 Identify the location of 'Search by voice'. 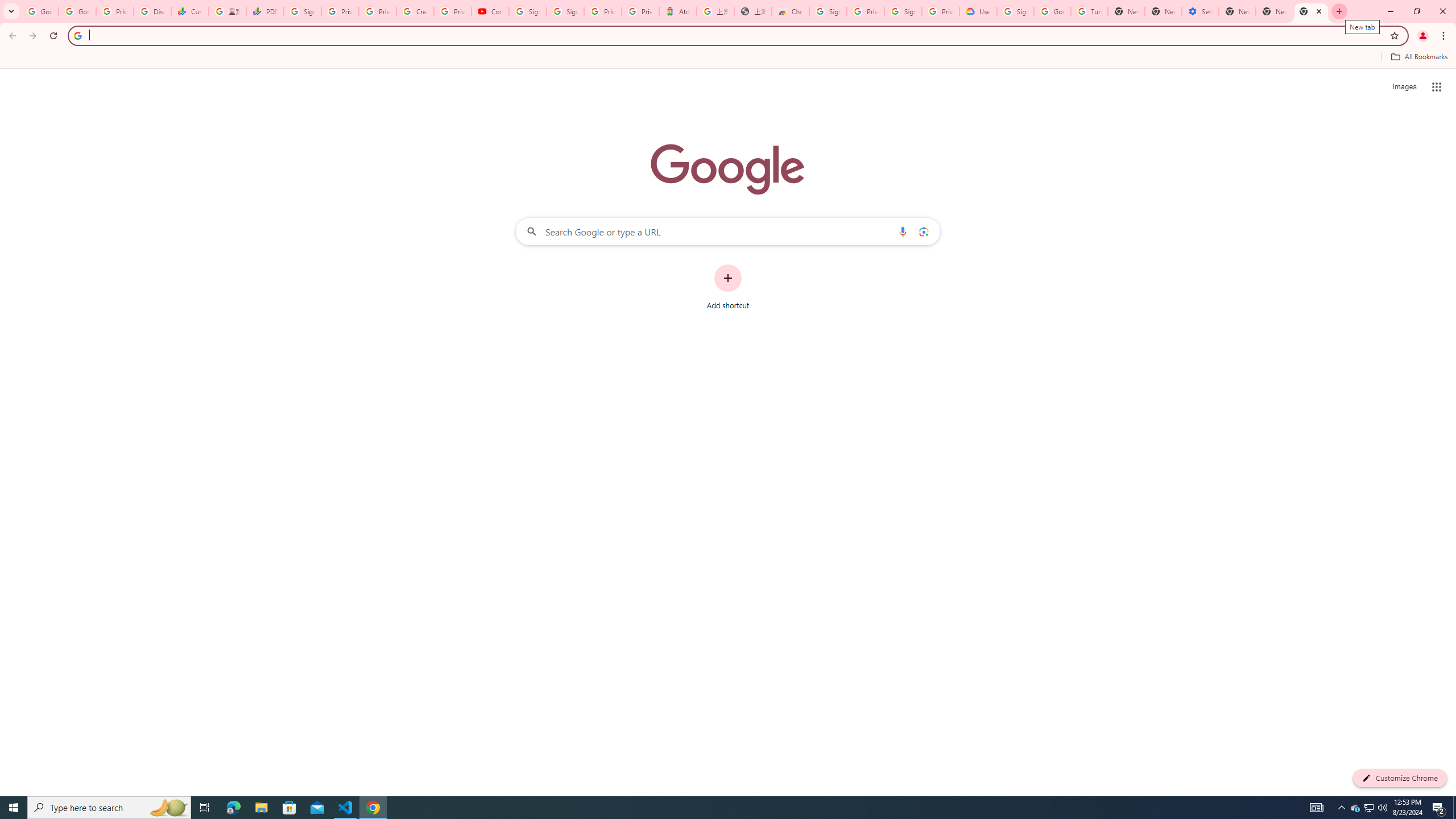
(902, 230).